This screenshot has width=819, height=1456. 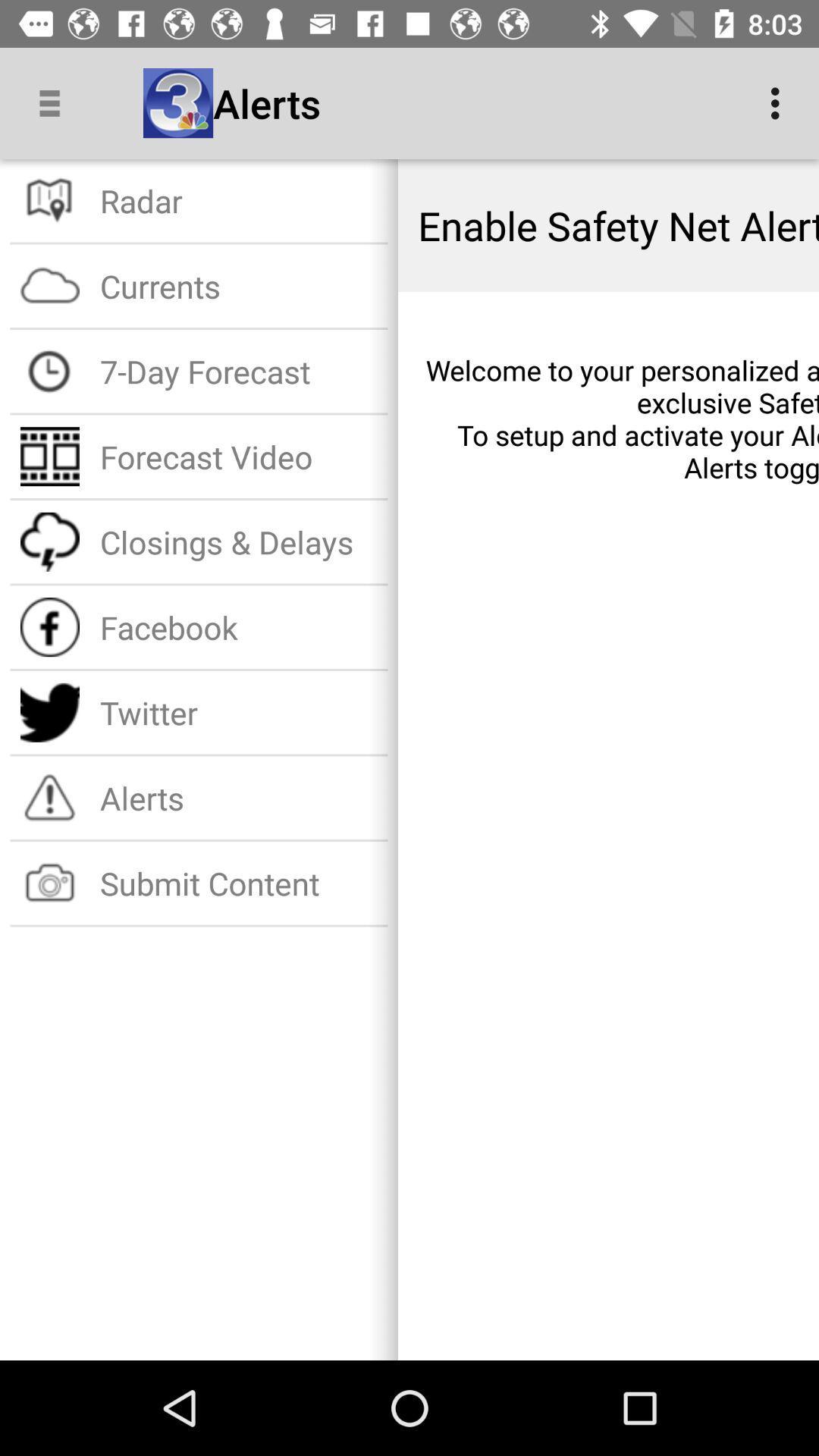 What do you see at coordinates (239, 199) in the screenshot?
I see `the radar item` at bounding box center [239, 199].